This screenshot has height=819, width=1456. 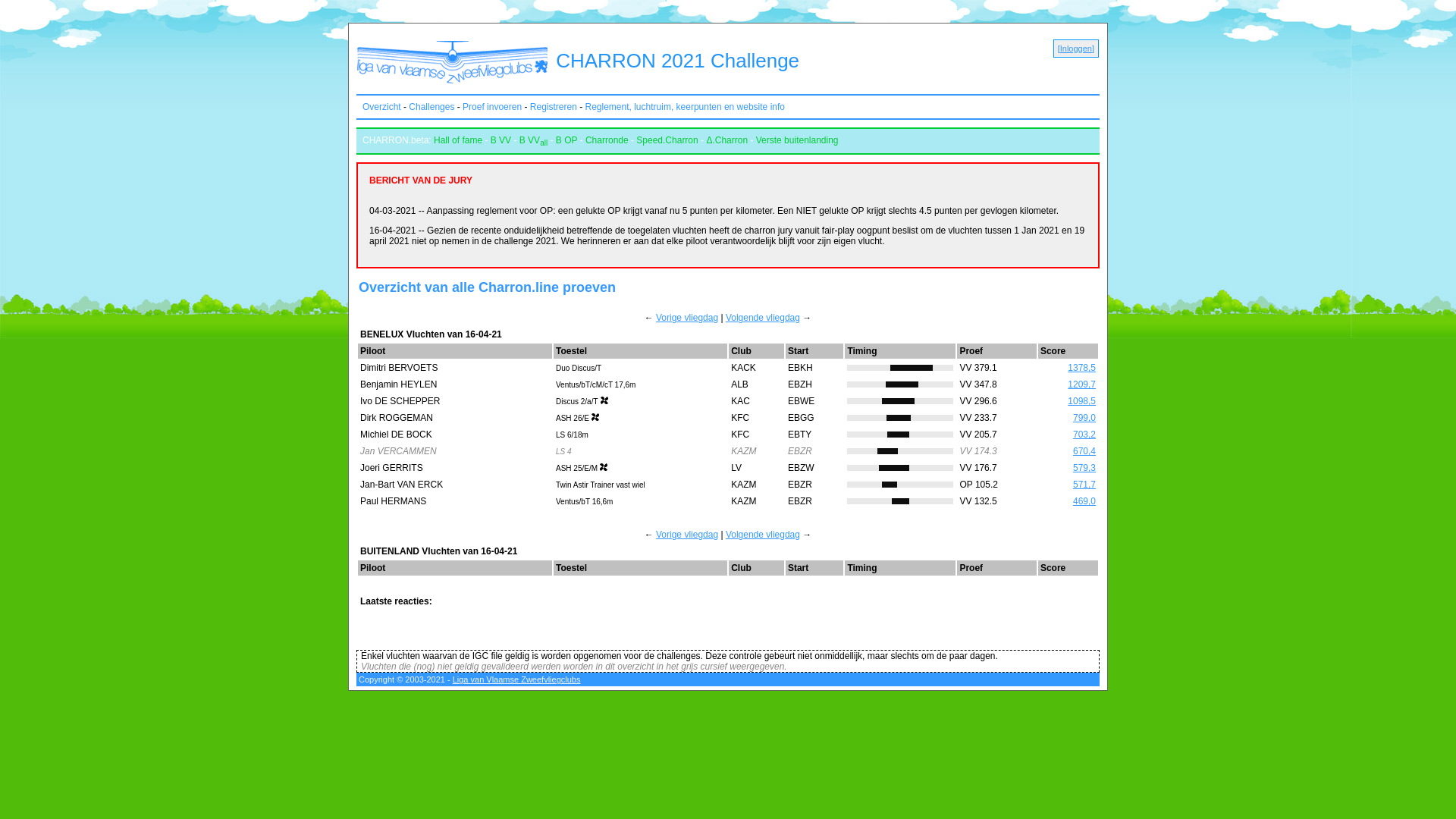 What do you see at coordinates (899, 435) in the screenshot?
I see `'Begin tijdsbalk: 6:00 UTC, Einde tijdsbalk: 20:00 UTC'` at bounding box center [899, 435].